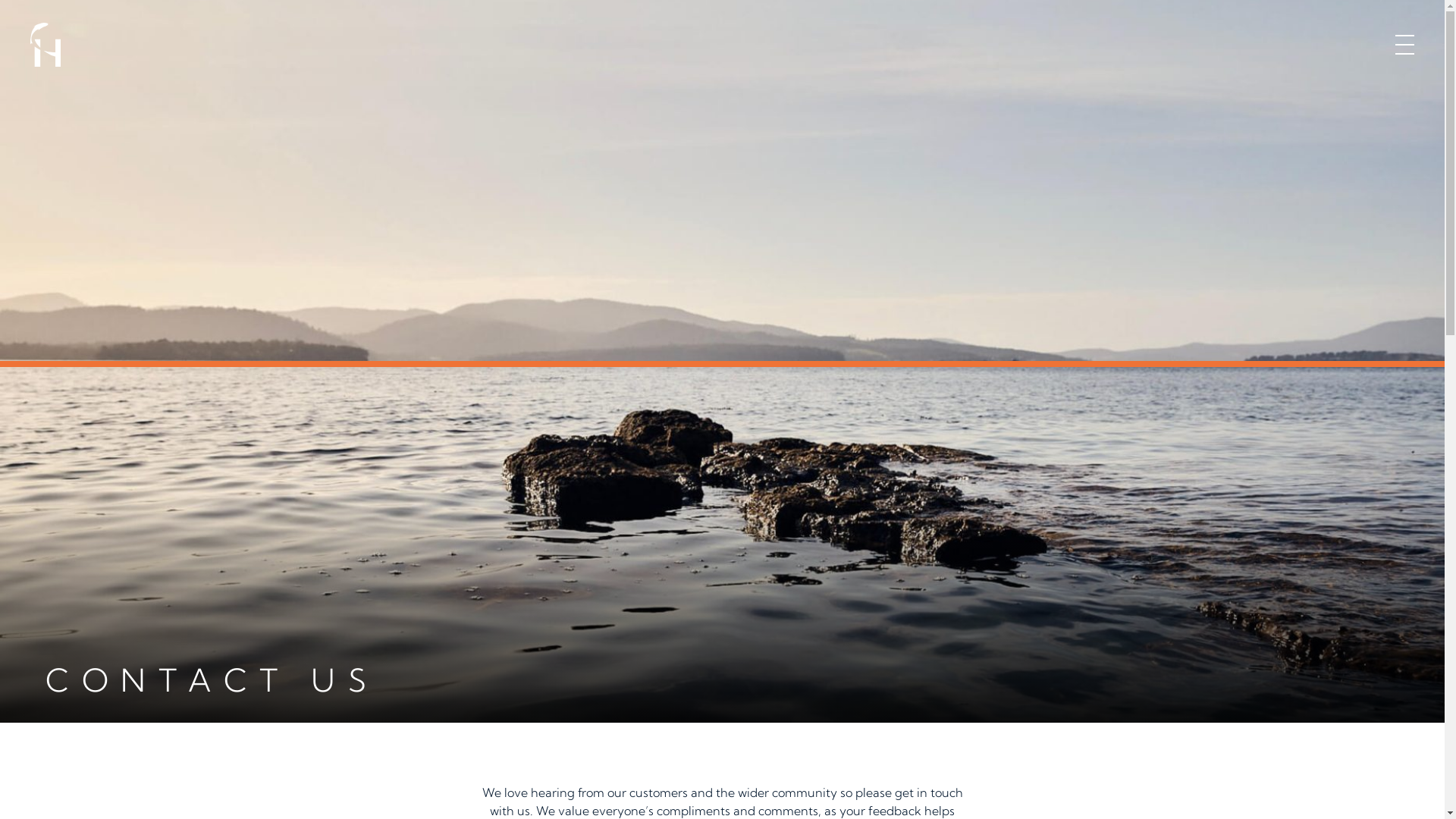 The height and width of the screenshot is (819, 1456). I want to click on 'Menu', so click(1404, 43).